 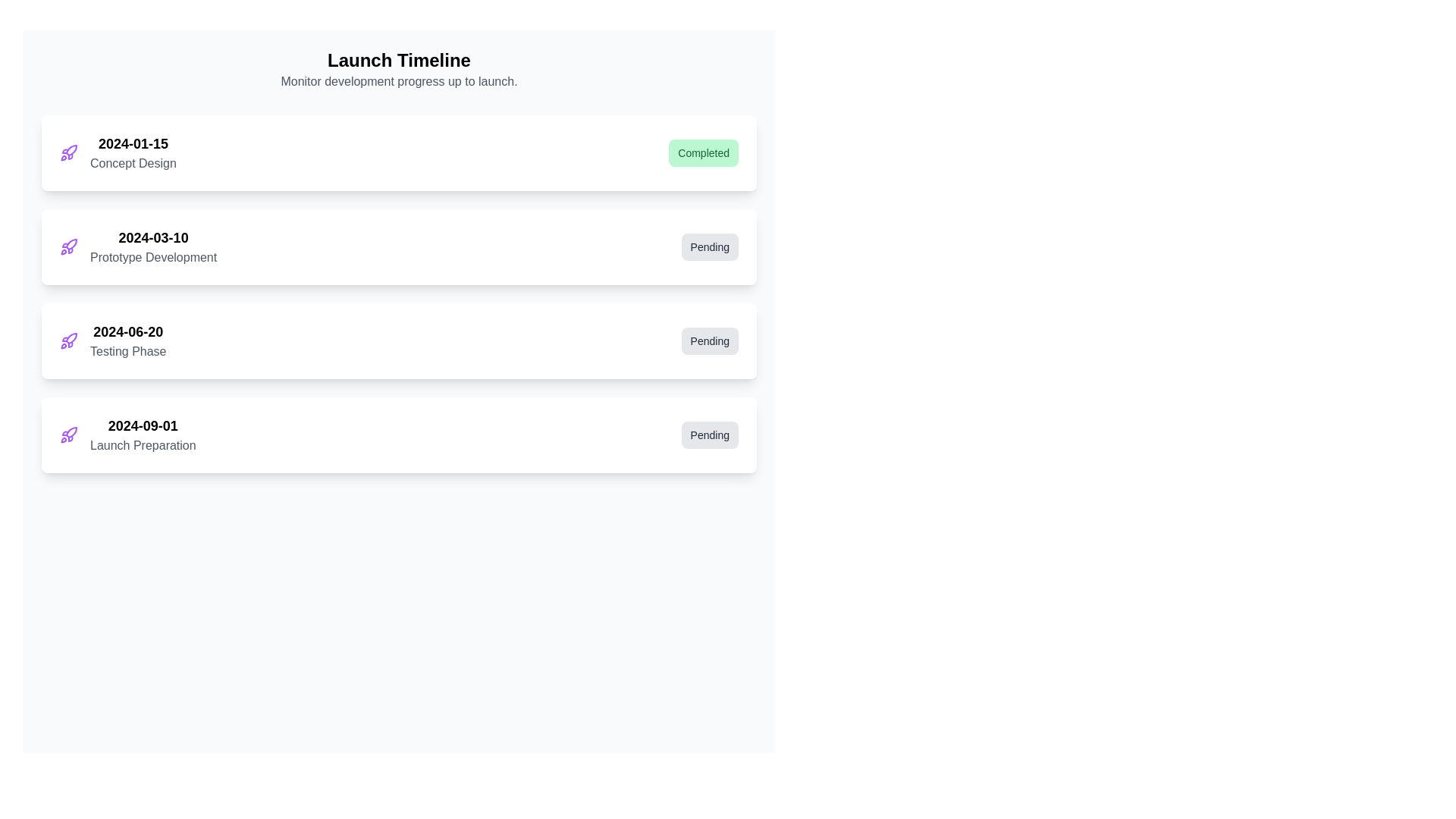 What do you see at coordinates (112, 341) in the screenshot?
I see `text of the project milestone entry represented by the List Item with Icon and Text located in the third card from the top of the vertical timeline layout` at bounding box center [112, 341].